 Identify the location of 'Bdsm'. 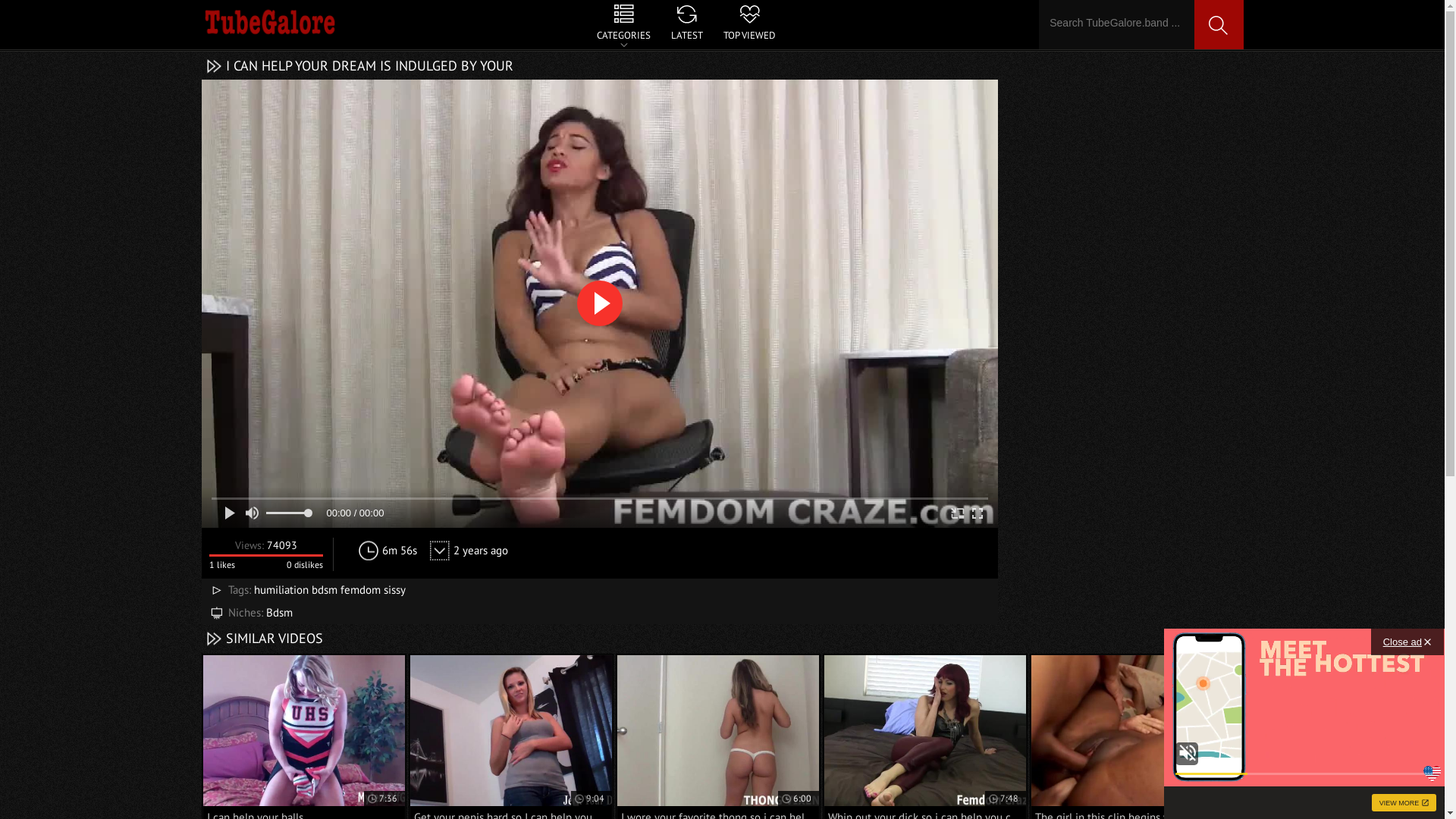
(278, 611).